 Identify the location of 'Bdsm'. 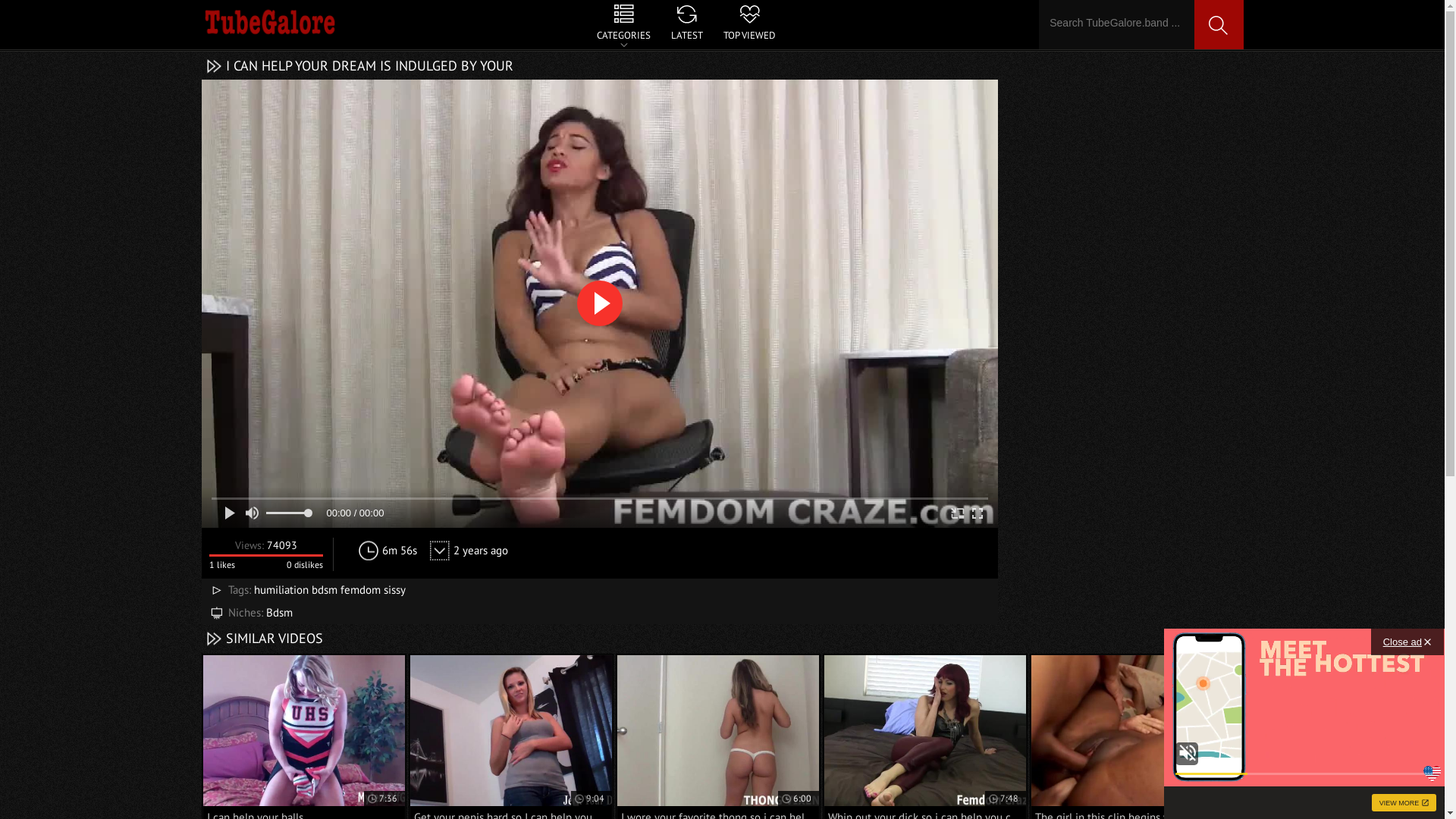
(278, 611).